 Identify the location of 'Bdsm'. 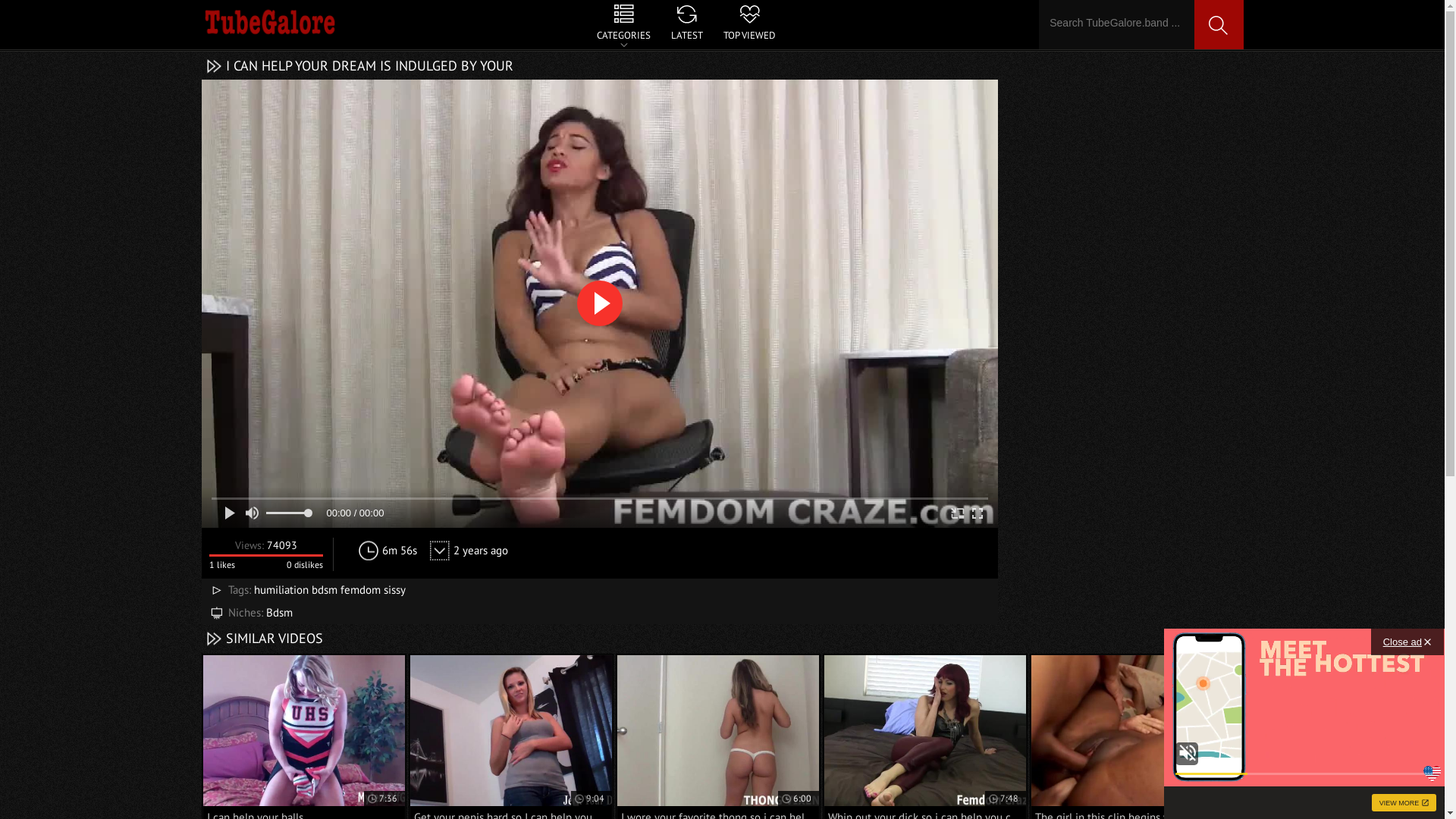
(278, 611).